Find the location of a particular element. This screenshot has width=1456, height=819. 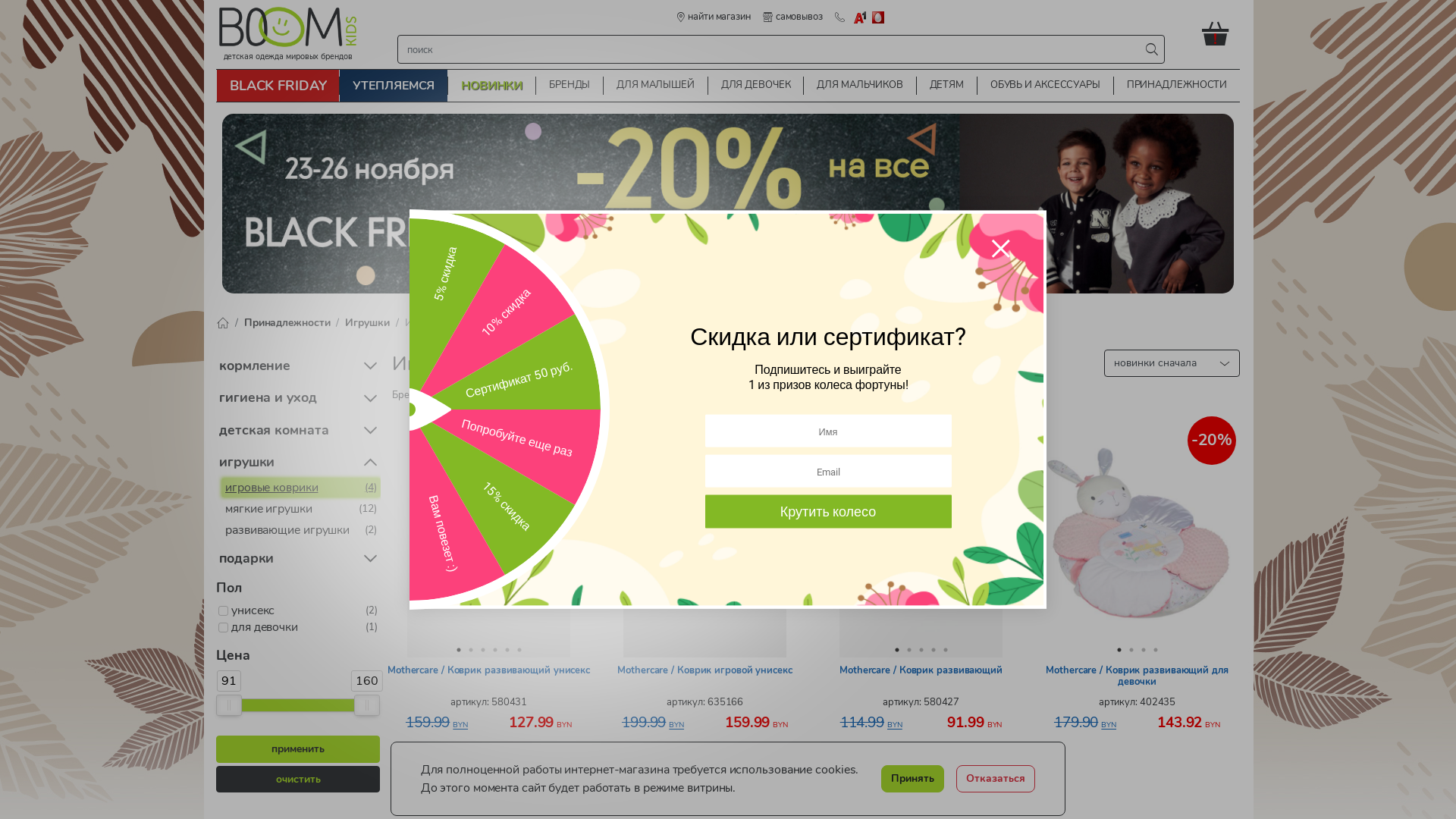

'1' is located at coordinates (1119, 648).